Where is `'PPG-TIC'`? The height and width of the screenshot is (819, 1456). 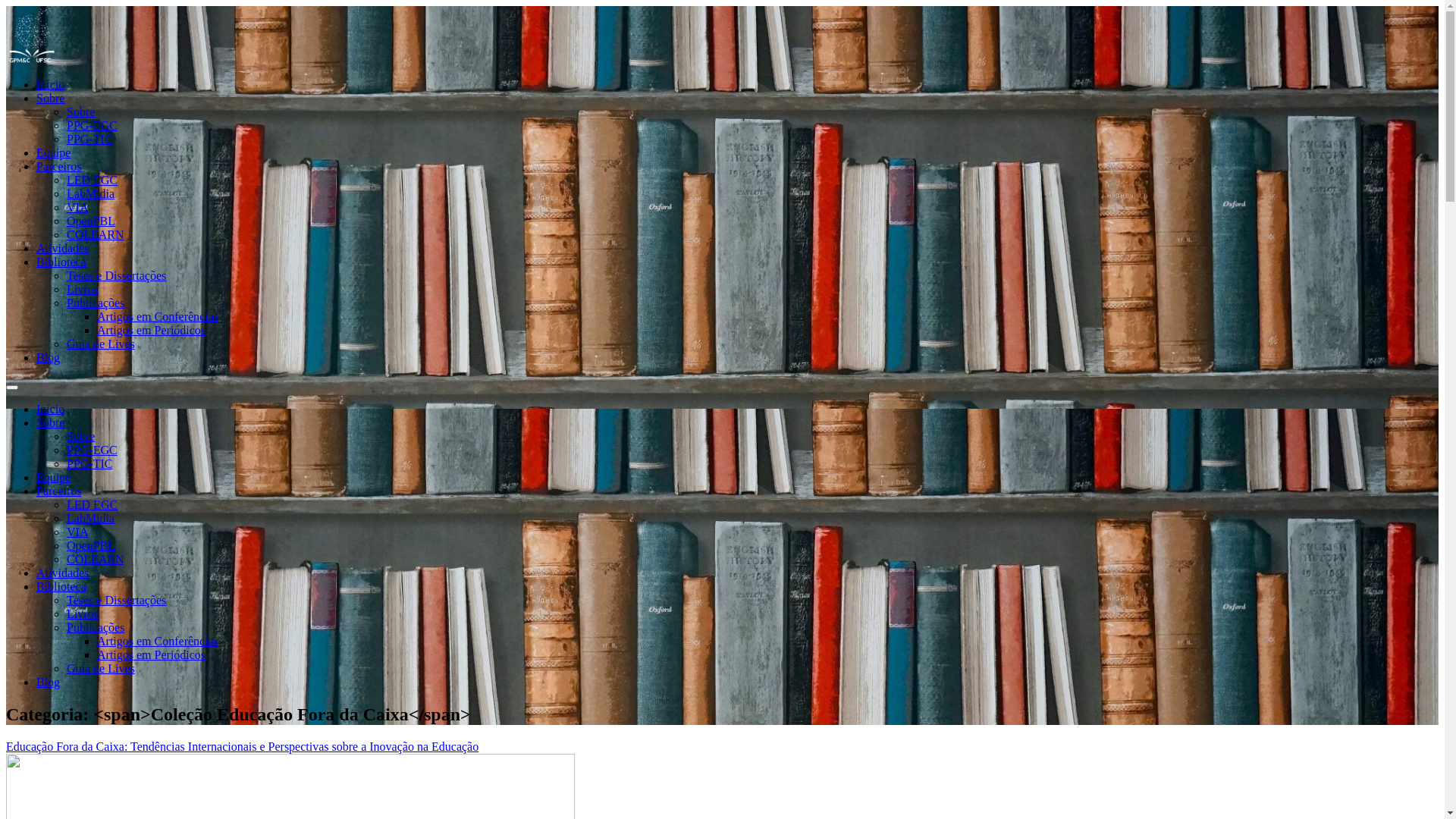 'PPG-TIC' is located at coordinates (89, 463).